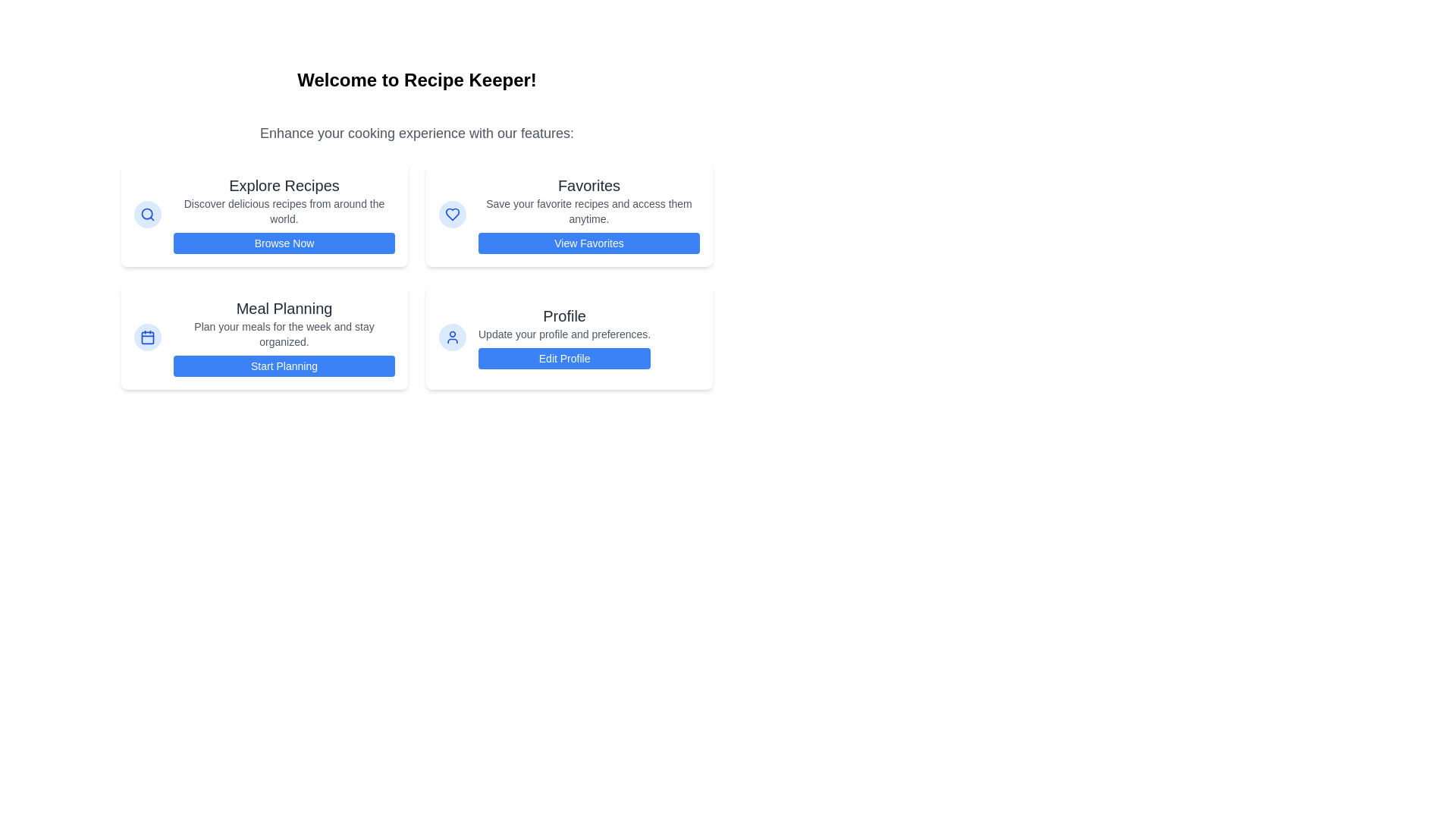 This screenshot has height=819, width=1456. Describe the element at coordinates (284, 333) in the screenshot. I see `the static text block that provides information about the 'Meal Planning' feature, which is located between the title 'Meal Planning' and the button 'Start Planning'` at that location.